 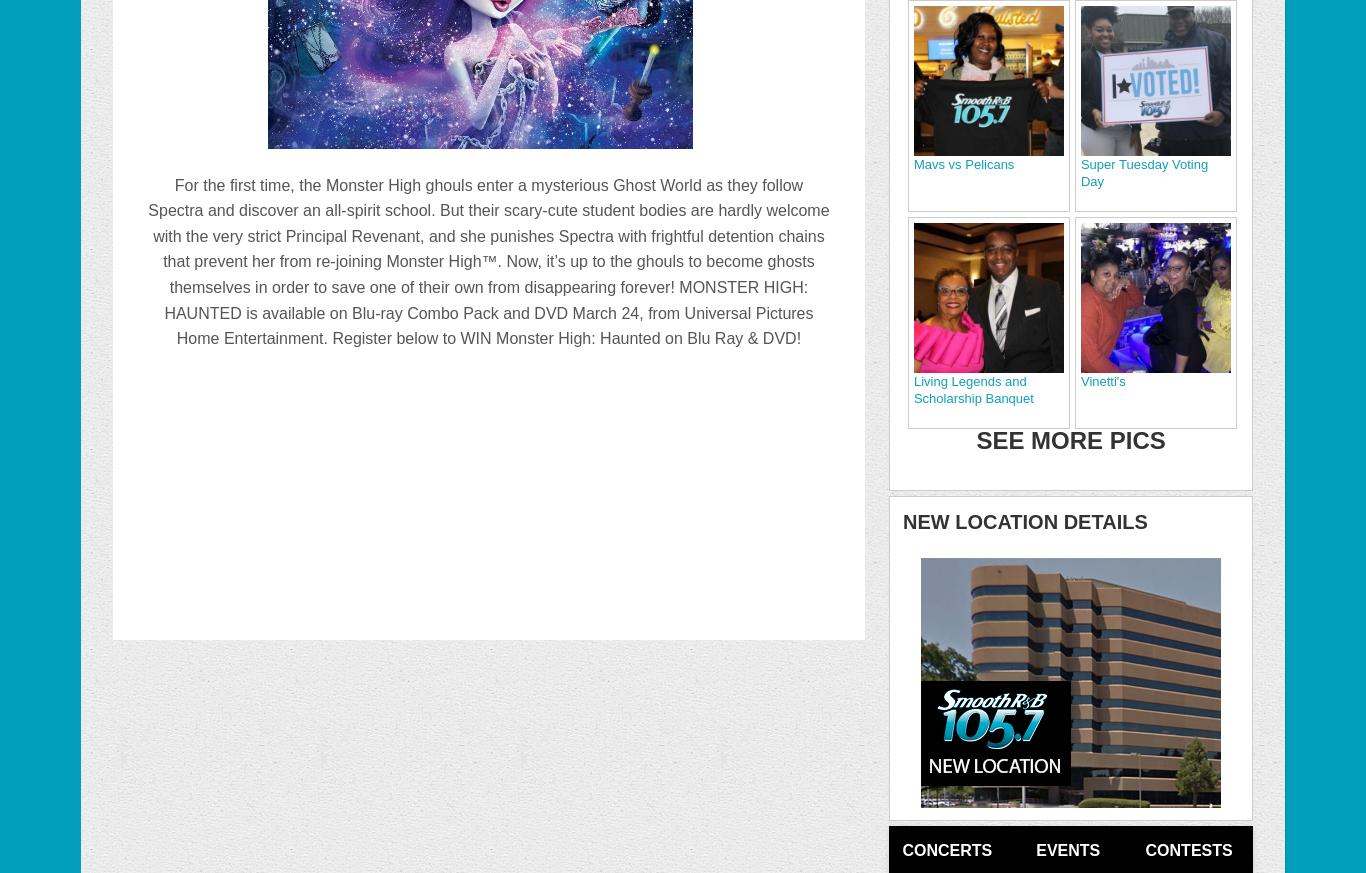 What do you see at coordinates (1078, 173) in the screenshot?
I see `'Super Tuesday Voting Day'` at bounding box center [1078, 173].